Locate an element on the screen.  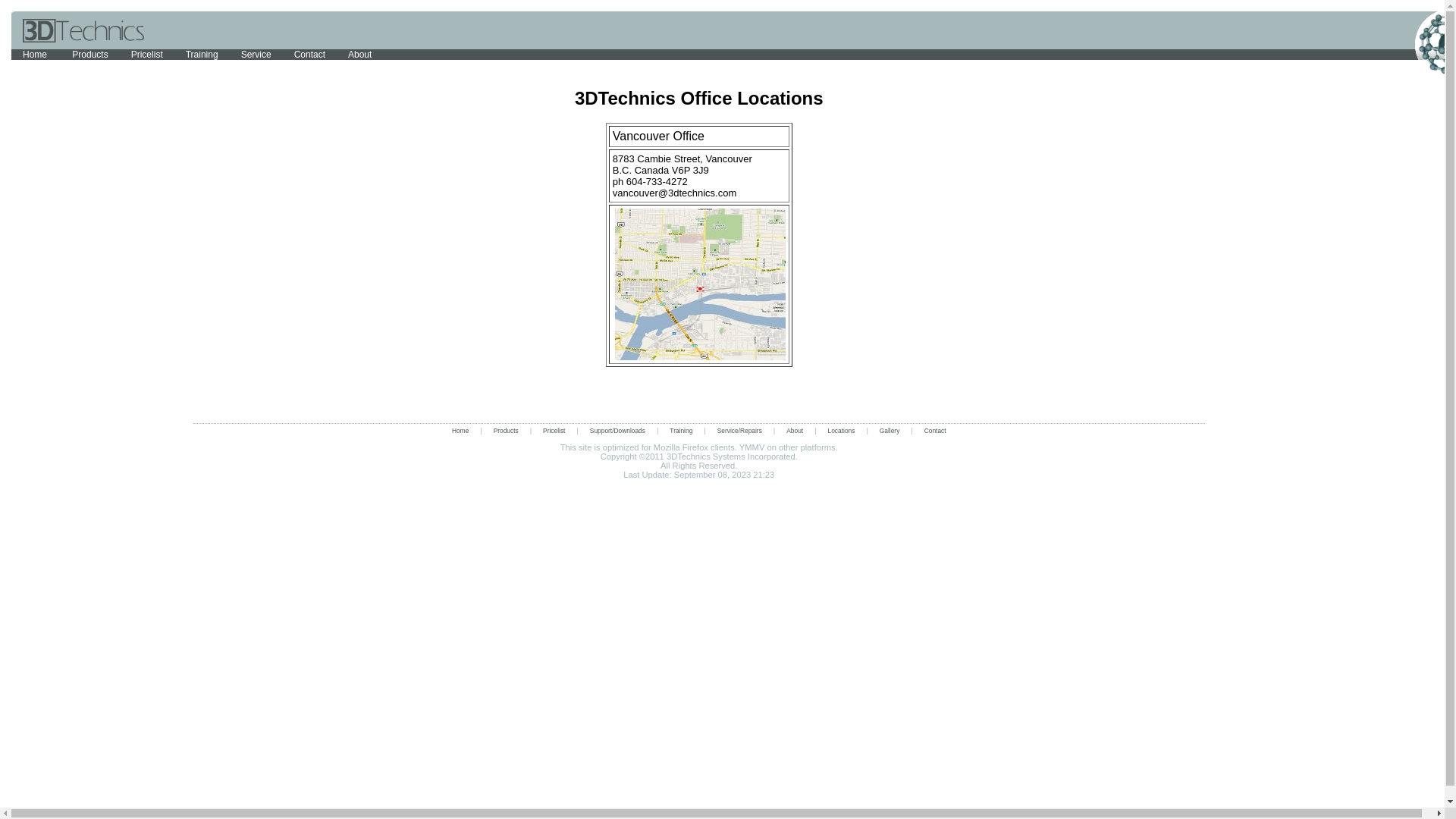
'Home' is located at coordinates (36, 54).